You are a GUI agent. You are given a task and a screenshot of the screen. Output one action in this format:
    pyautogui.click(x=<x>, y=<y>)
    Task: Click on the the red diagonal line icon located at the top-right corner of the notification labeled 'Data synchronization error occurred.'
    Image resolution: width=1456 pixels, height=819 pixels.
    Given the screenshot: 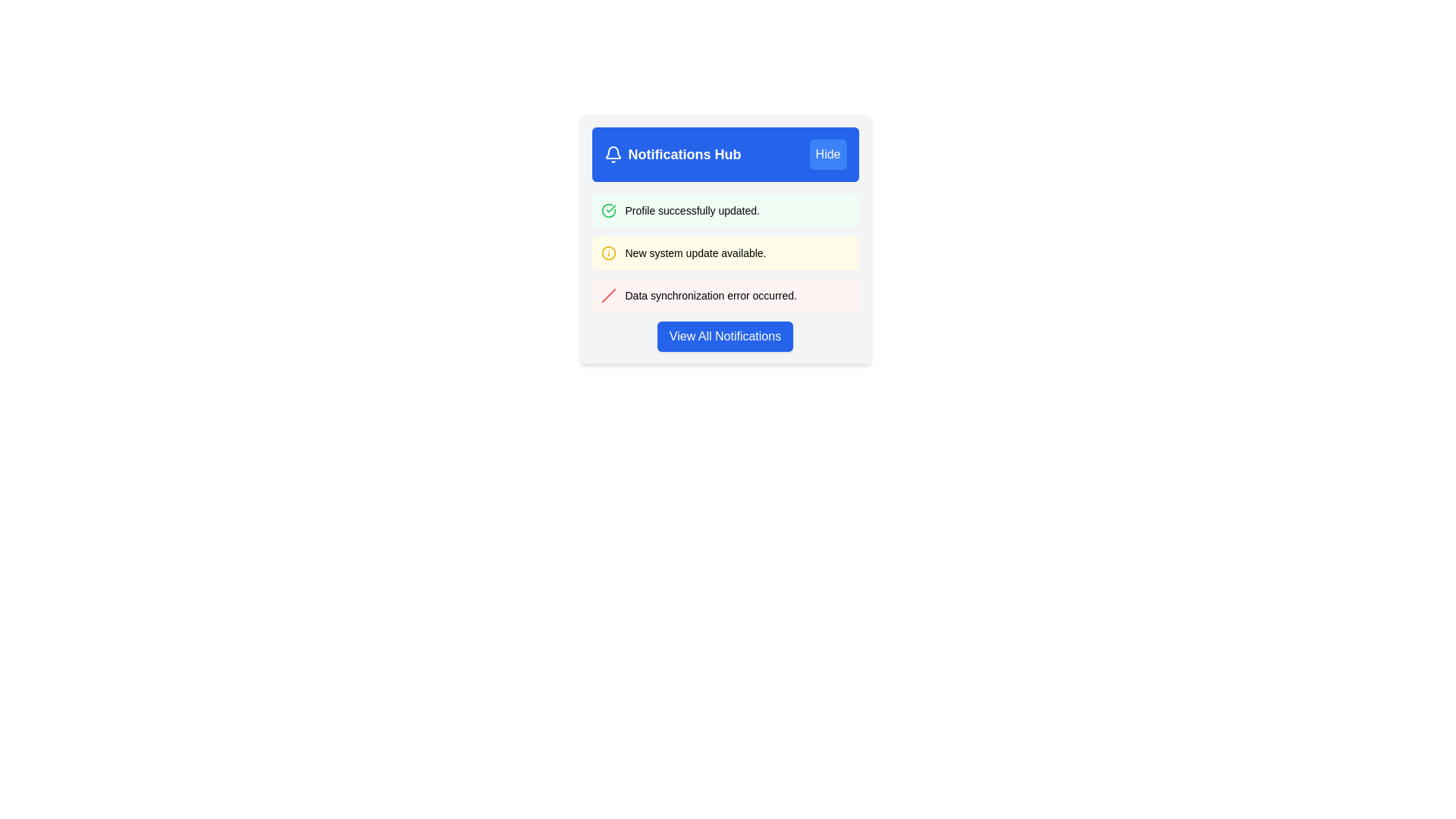 What is the action you would take?
    pyautogui.click(x=608, y=295)
    